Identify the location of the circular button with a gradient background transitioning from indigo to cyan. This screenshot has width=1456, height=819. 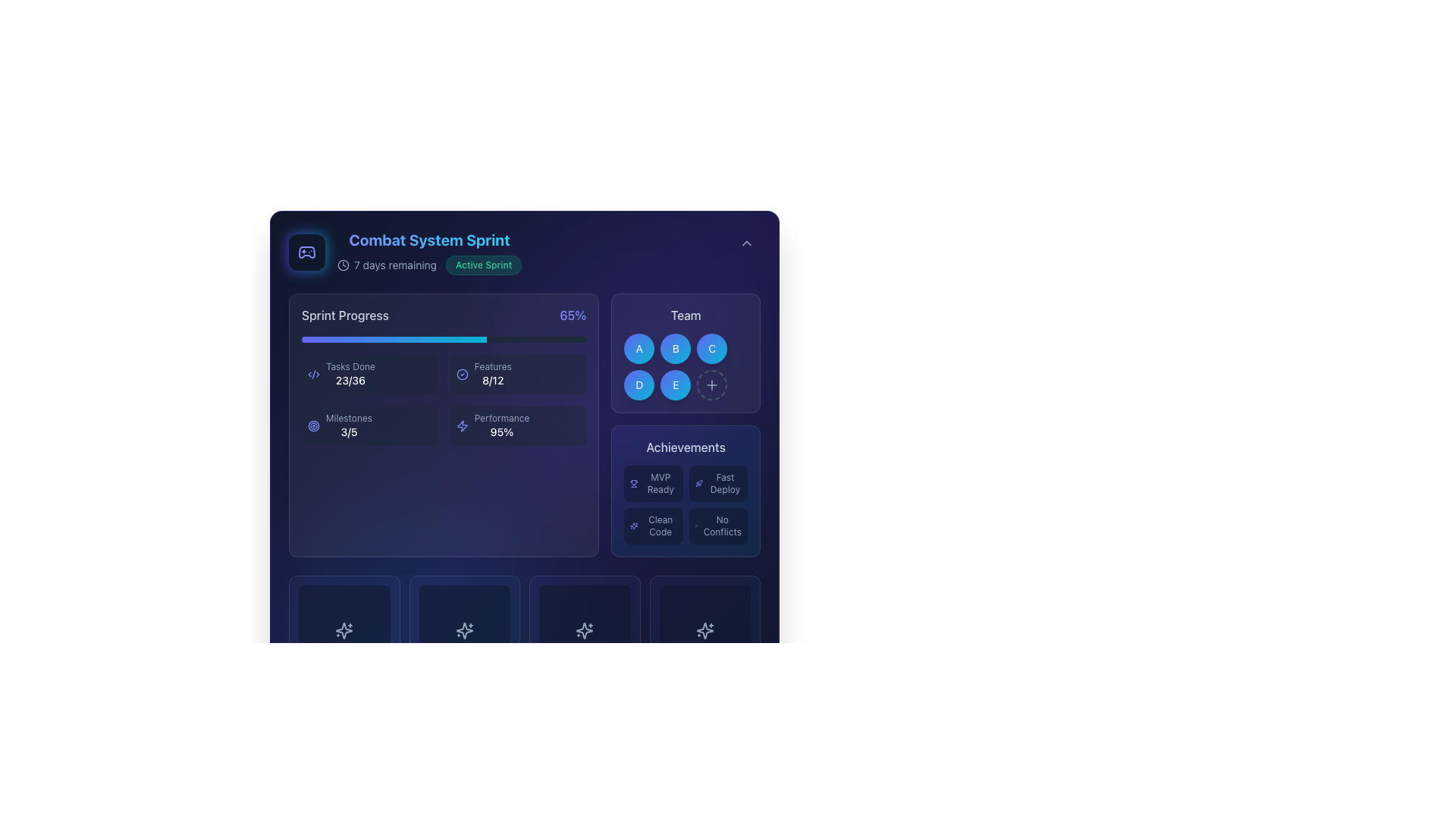
(639, 348).